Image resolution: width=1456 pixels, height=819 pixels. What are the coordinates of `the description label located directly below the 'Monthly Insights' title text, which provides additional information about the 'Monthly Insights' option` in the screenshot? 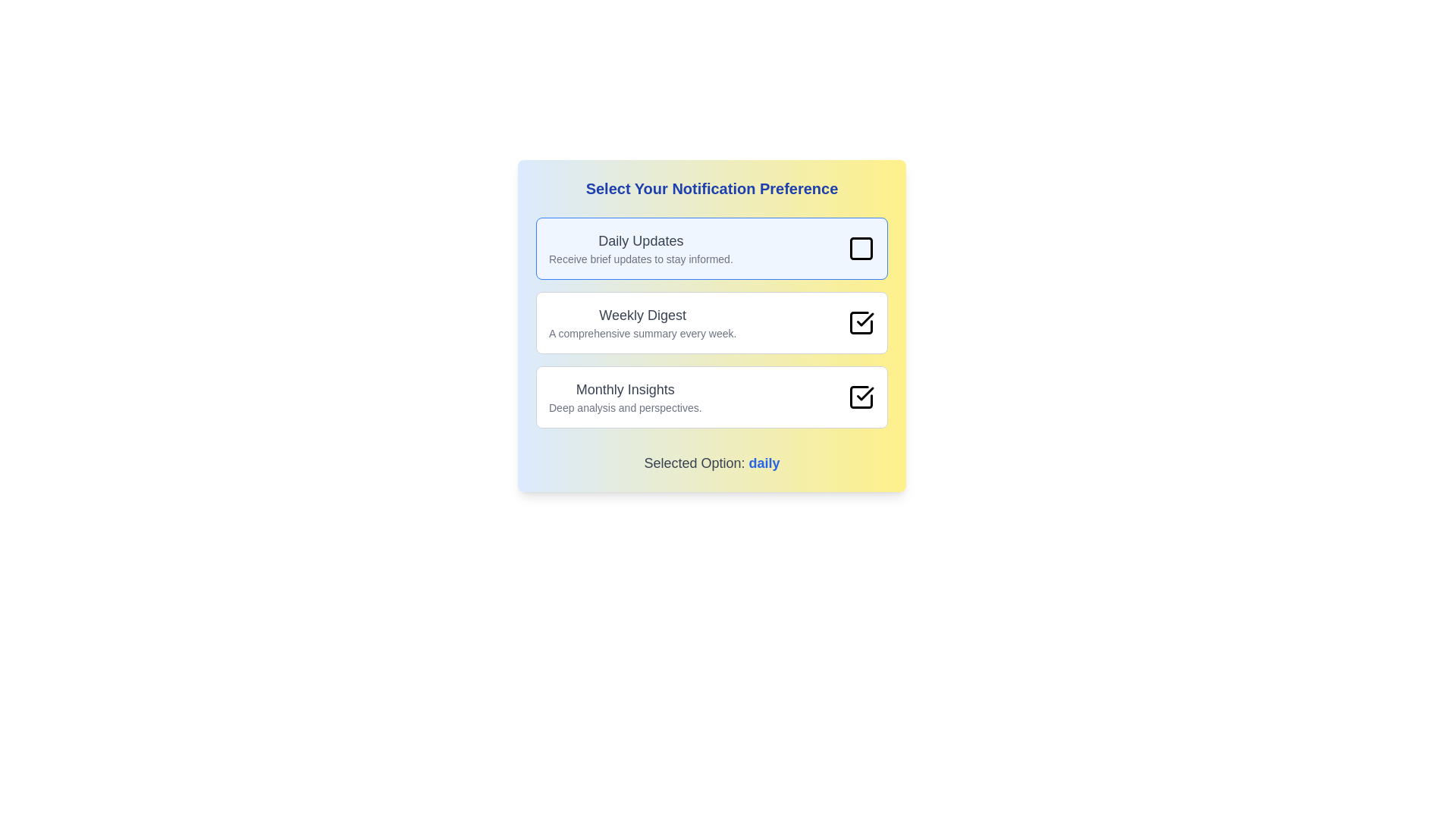 It's located at (625, 406).